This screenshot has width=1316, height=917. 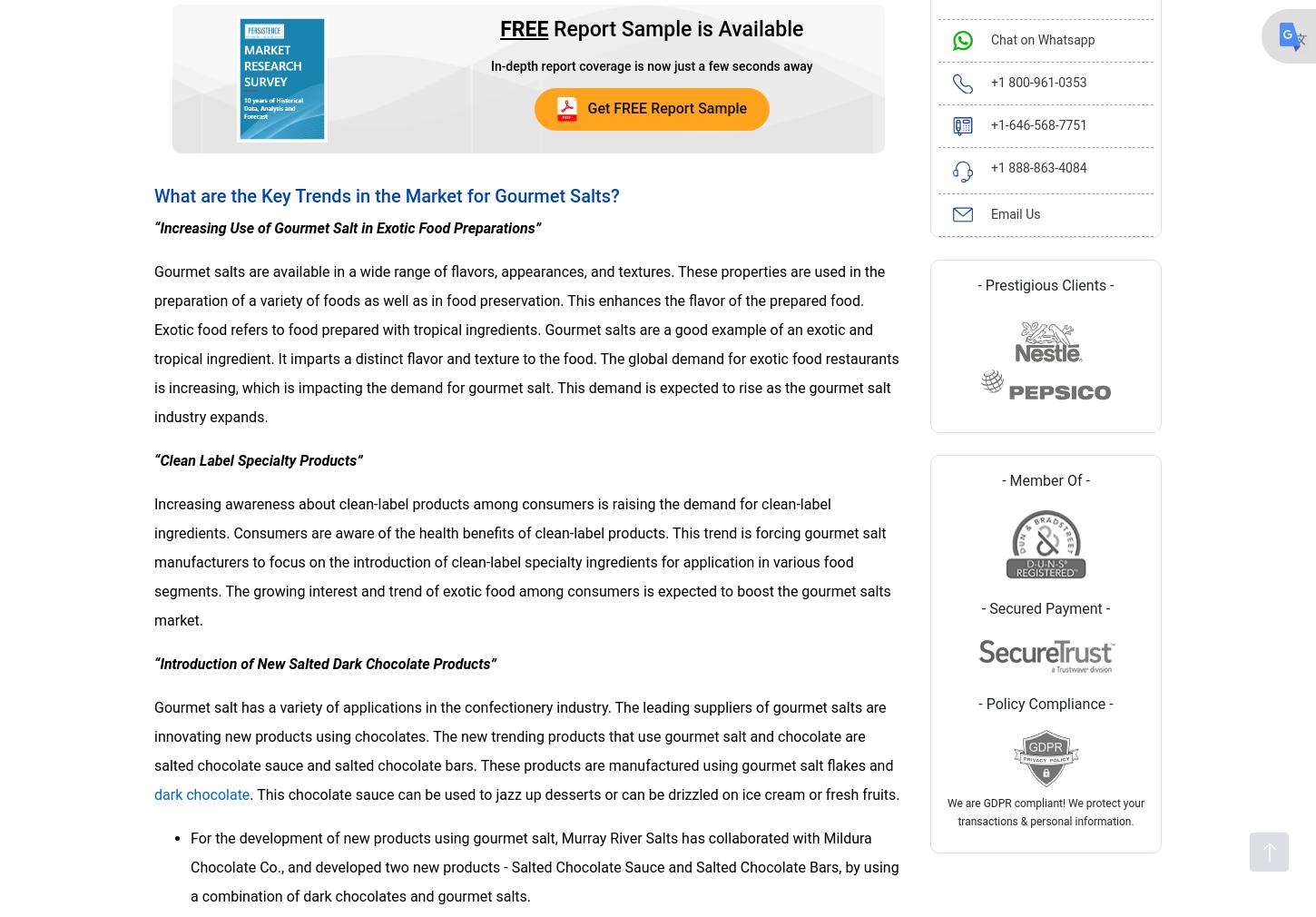 I want to click on 'Increasing Use of Gourmet Salt in Exotic Food Preparations', so click(x=346, y=226).